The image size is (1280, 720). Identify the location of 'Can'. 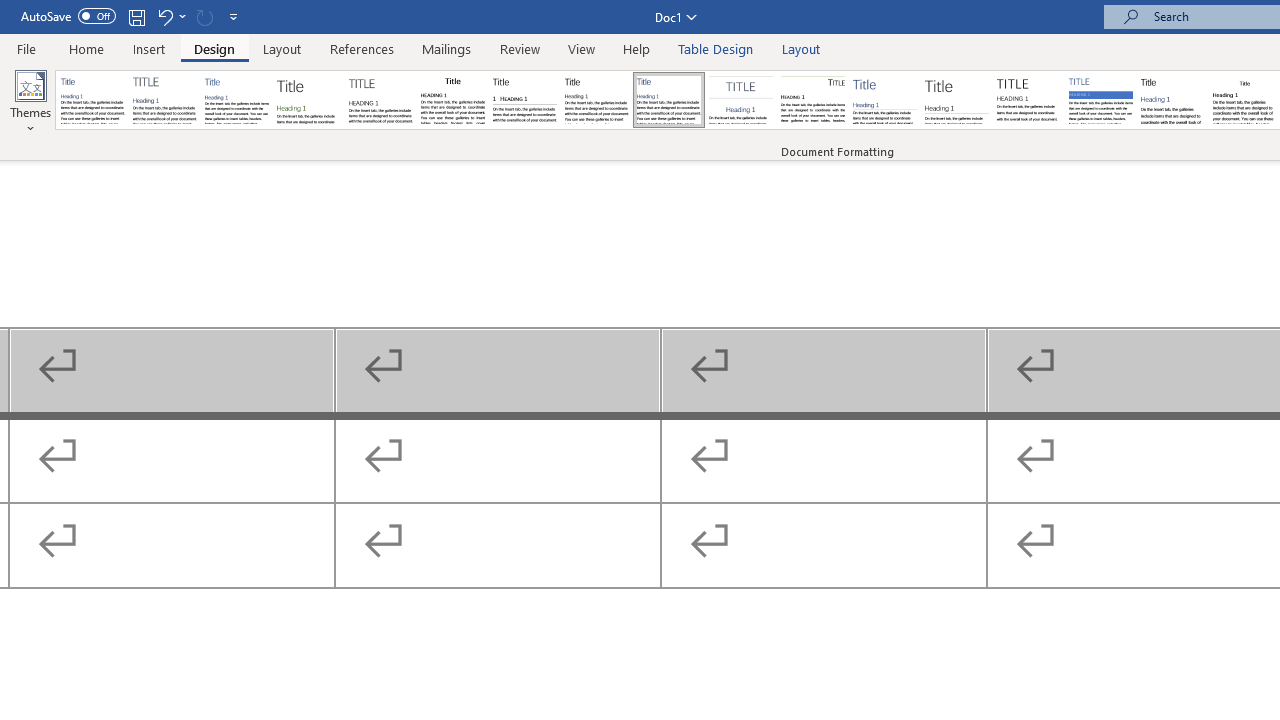
(204, 16).